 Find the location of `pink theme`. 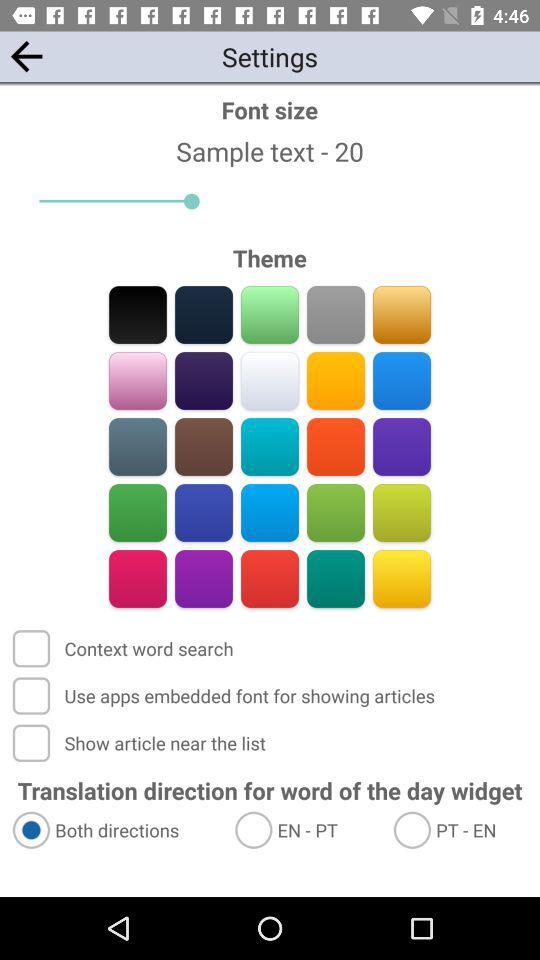

pink theme is located at coordinates (137, 380).